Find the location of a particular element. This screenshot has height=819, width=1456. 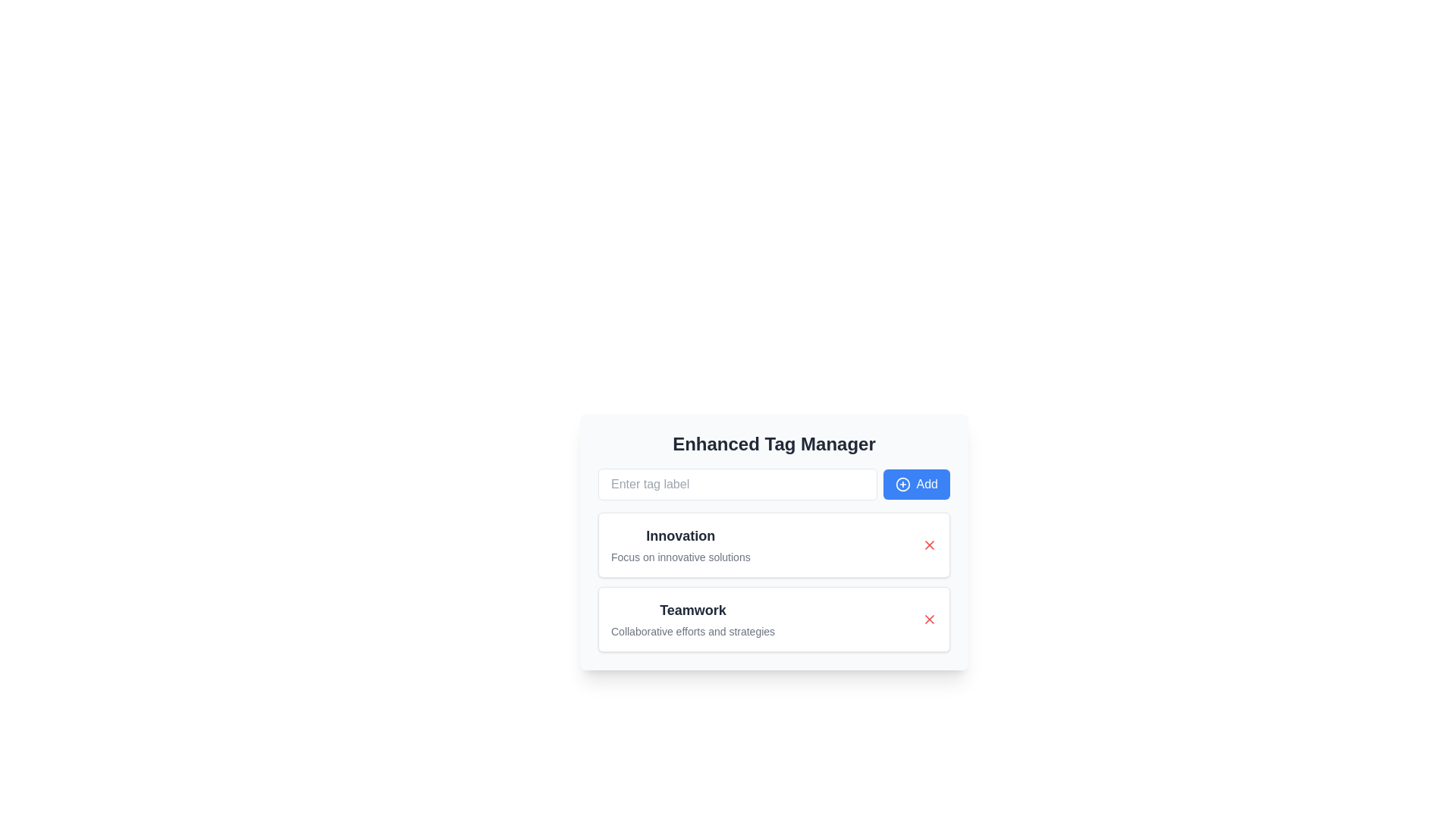

the 'Teamwork' text label, which is located within the second group under 'Enhanced Tag Manager', positioned above 'Collaborative efforts and strategies' is located at coordinates (692, 610).